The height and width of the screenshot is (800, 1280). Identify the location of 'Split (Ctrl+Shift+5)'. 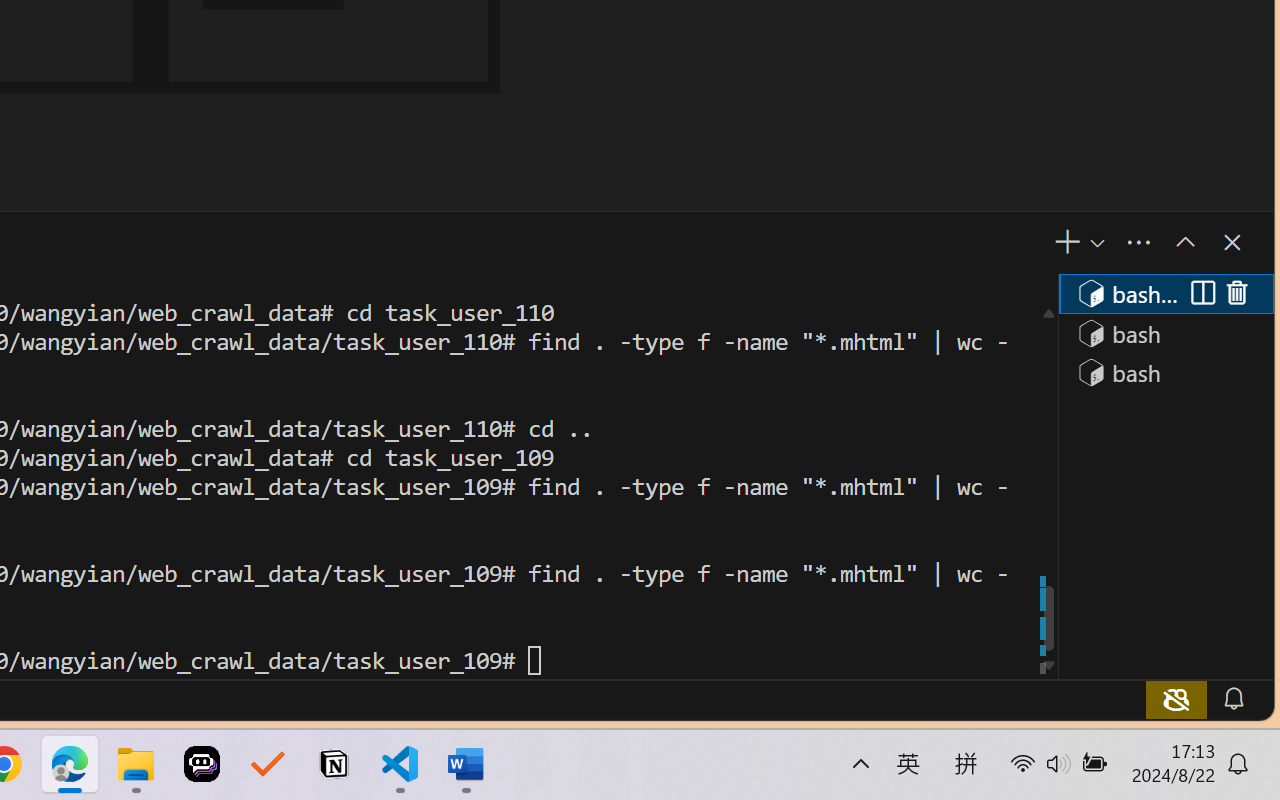
(1200, 293).